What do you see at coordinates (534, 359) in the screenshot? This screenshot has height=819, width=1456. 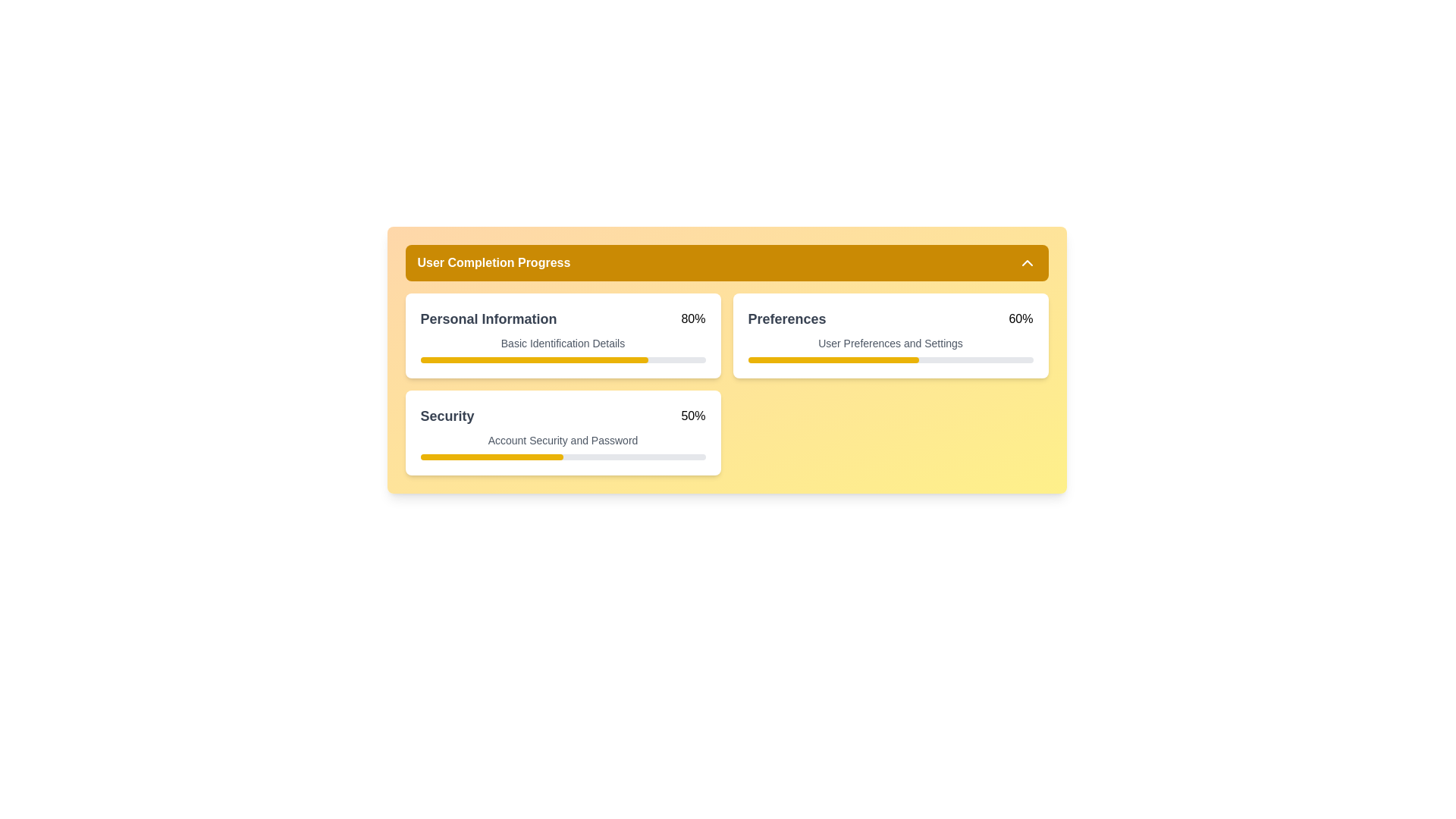 I see `the yellow-filled progress bar segment within the 'Personal Information' card, which is visually integrated into a larger progress bar component` at bounding box center [534, 359].